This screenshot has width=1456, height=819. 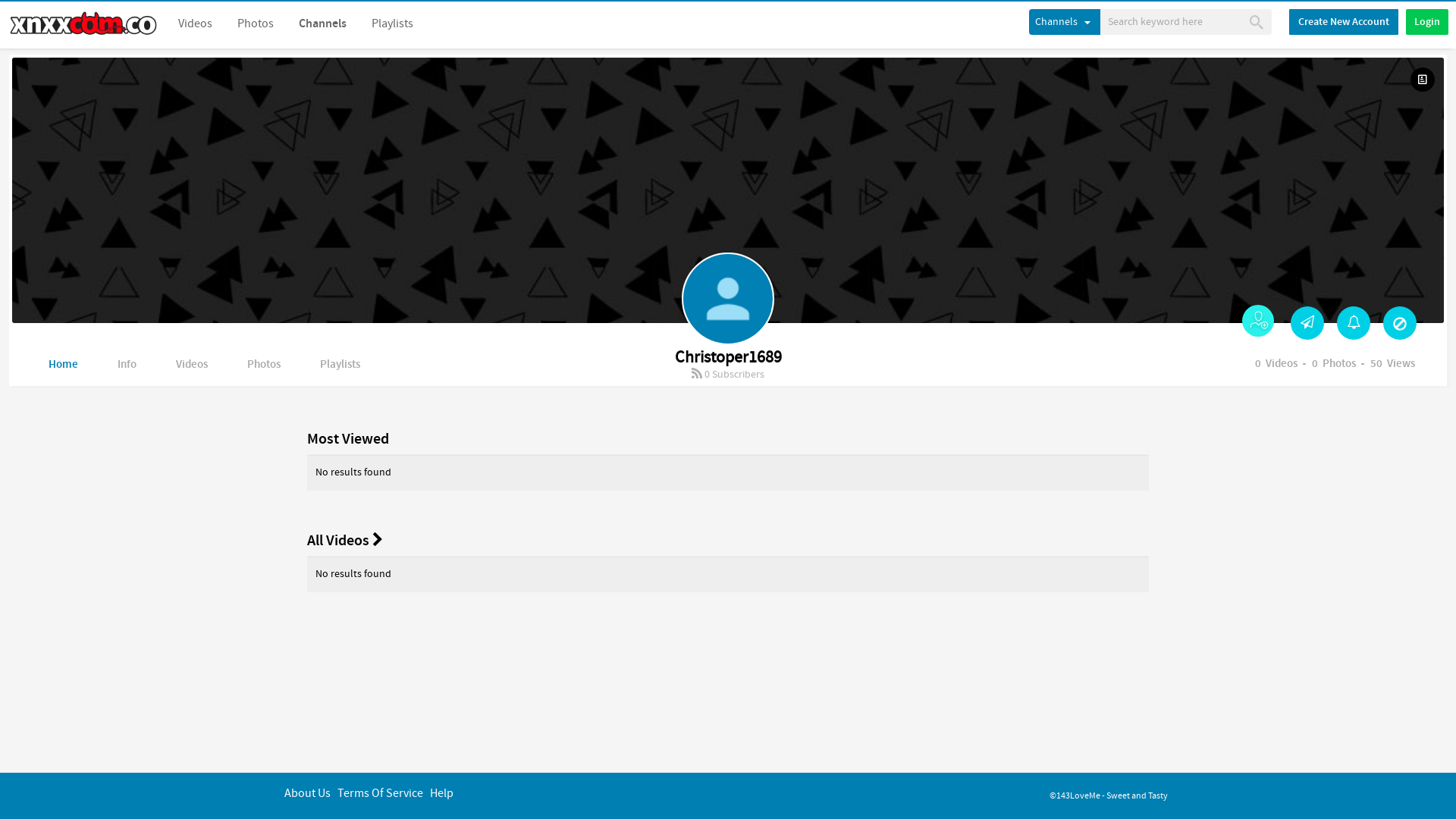 What do you see at coordinates (380, 792) in the screenshot?
I see `'Terms Of Service'` at bounding box center [380, 792].